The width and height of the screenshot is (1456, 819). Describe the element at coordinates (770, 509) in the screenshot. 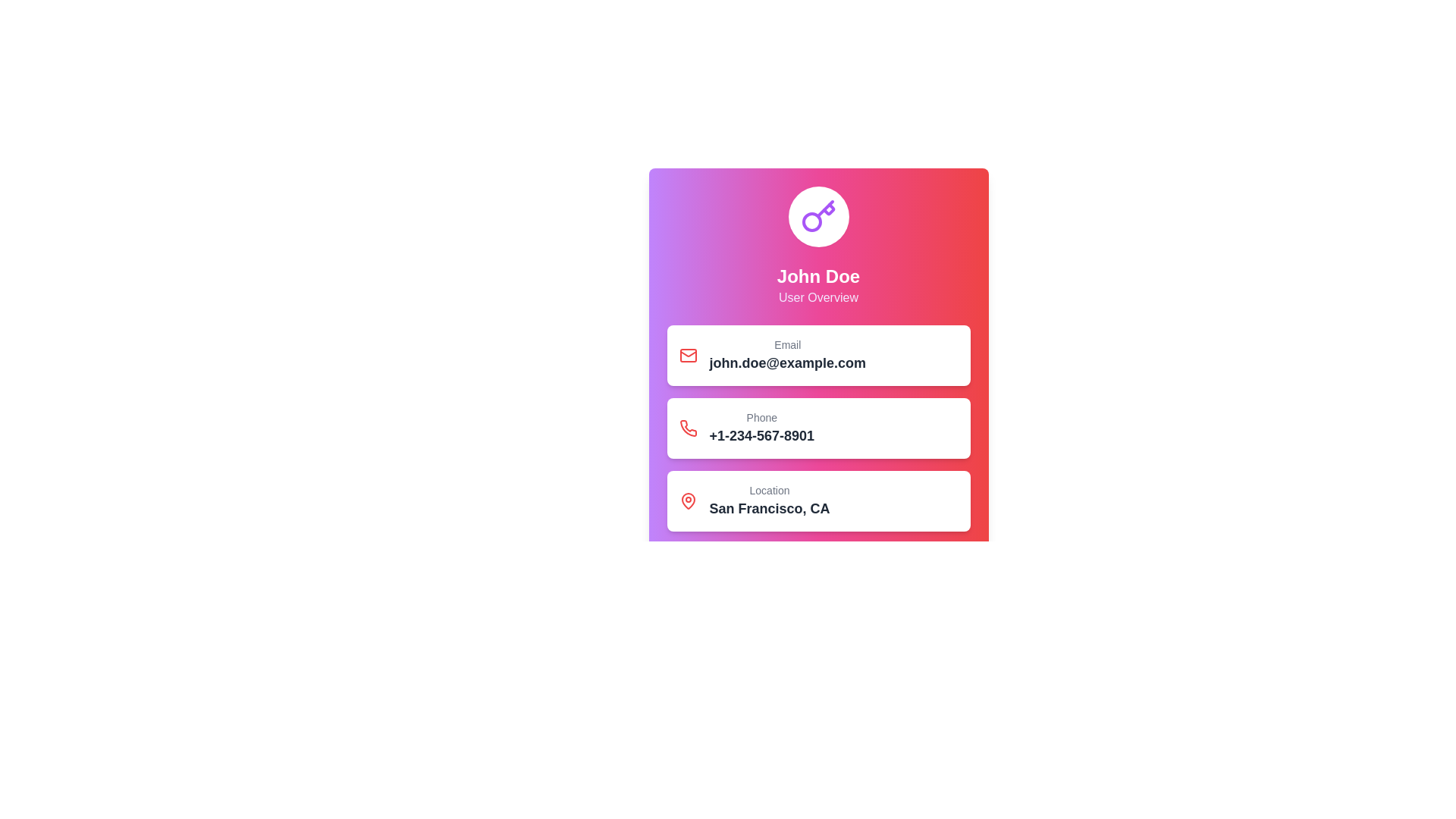

I see `the text component displaying 'San Francisco, CA' which is located within a card layout under the 'Location' label` at that location.